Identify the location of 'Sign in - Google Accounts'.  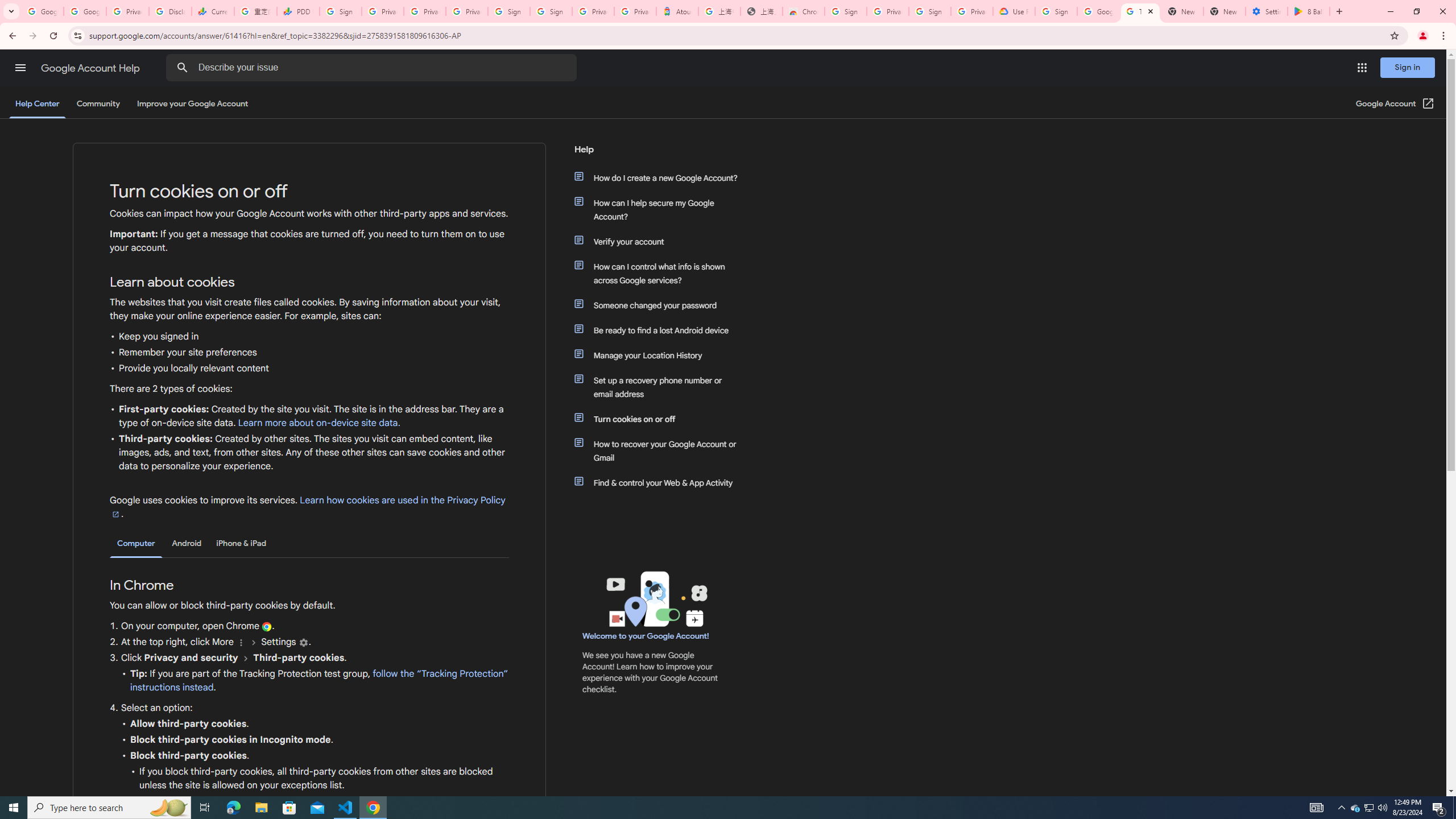
(1055, 11).